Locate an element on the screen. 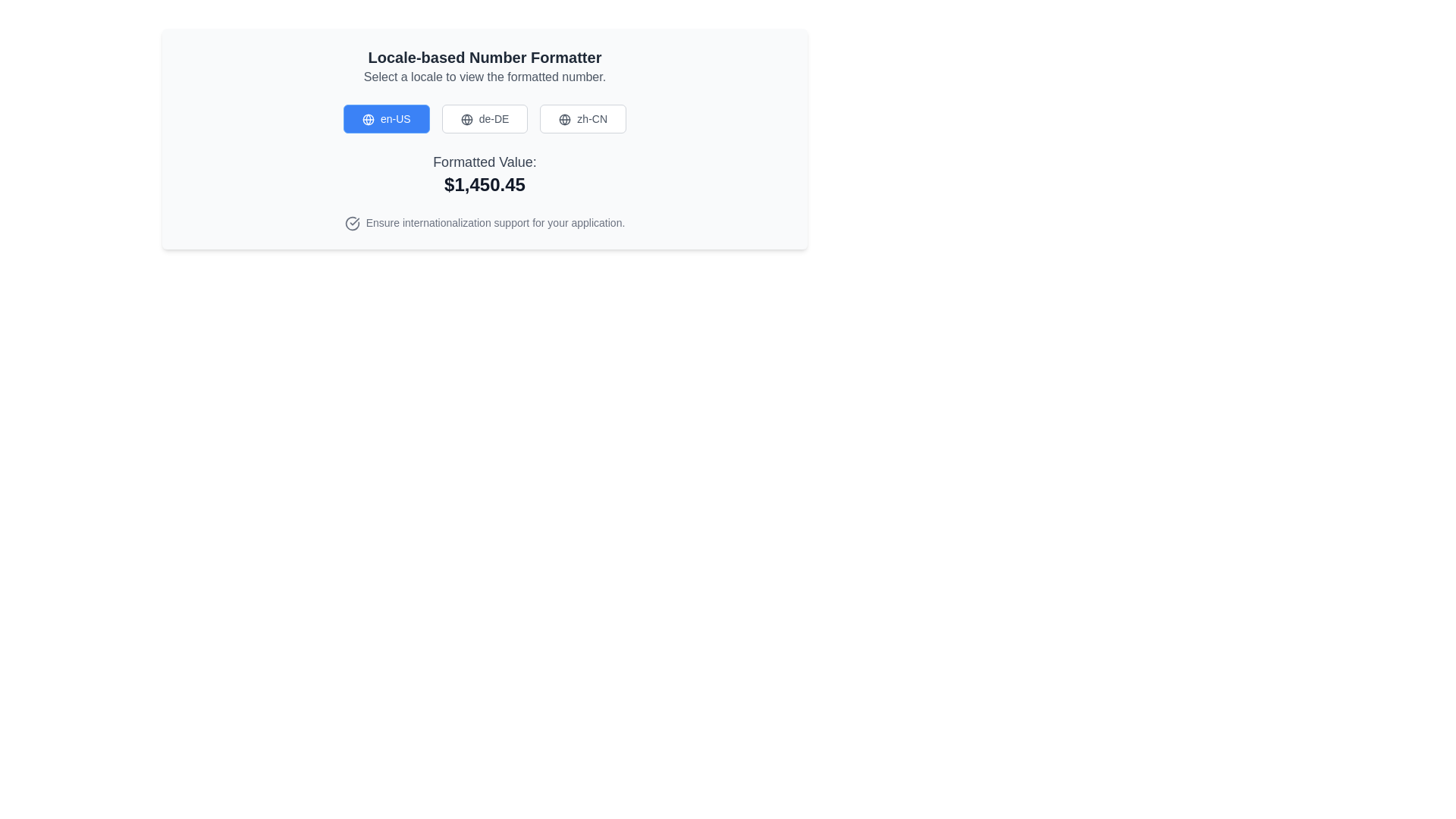  the text element displaying a monetary value, which is styled with a large font size, bold weight, and dark-gray color, located directly below the text 'Formatted Value:' and centered horizontally is located at coordinates (484, 184).